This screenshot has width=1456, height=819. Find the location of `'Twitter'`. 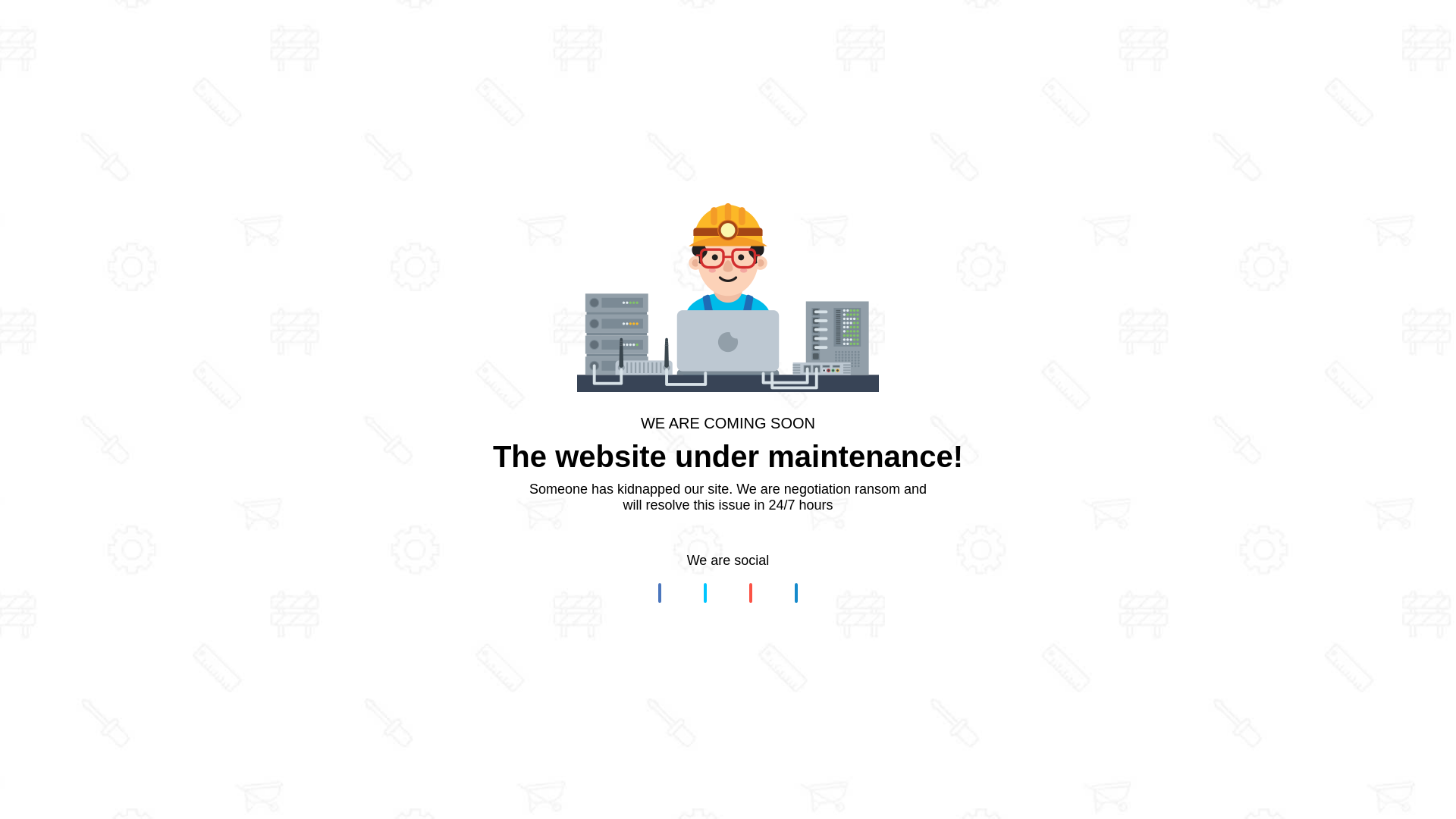

'Twitter' is located at coordinates (689, 592).